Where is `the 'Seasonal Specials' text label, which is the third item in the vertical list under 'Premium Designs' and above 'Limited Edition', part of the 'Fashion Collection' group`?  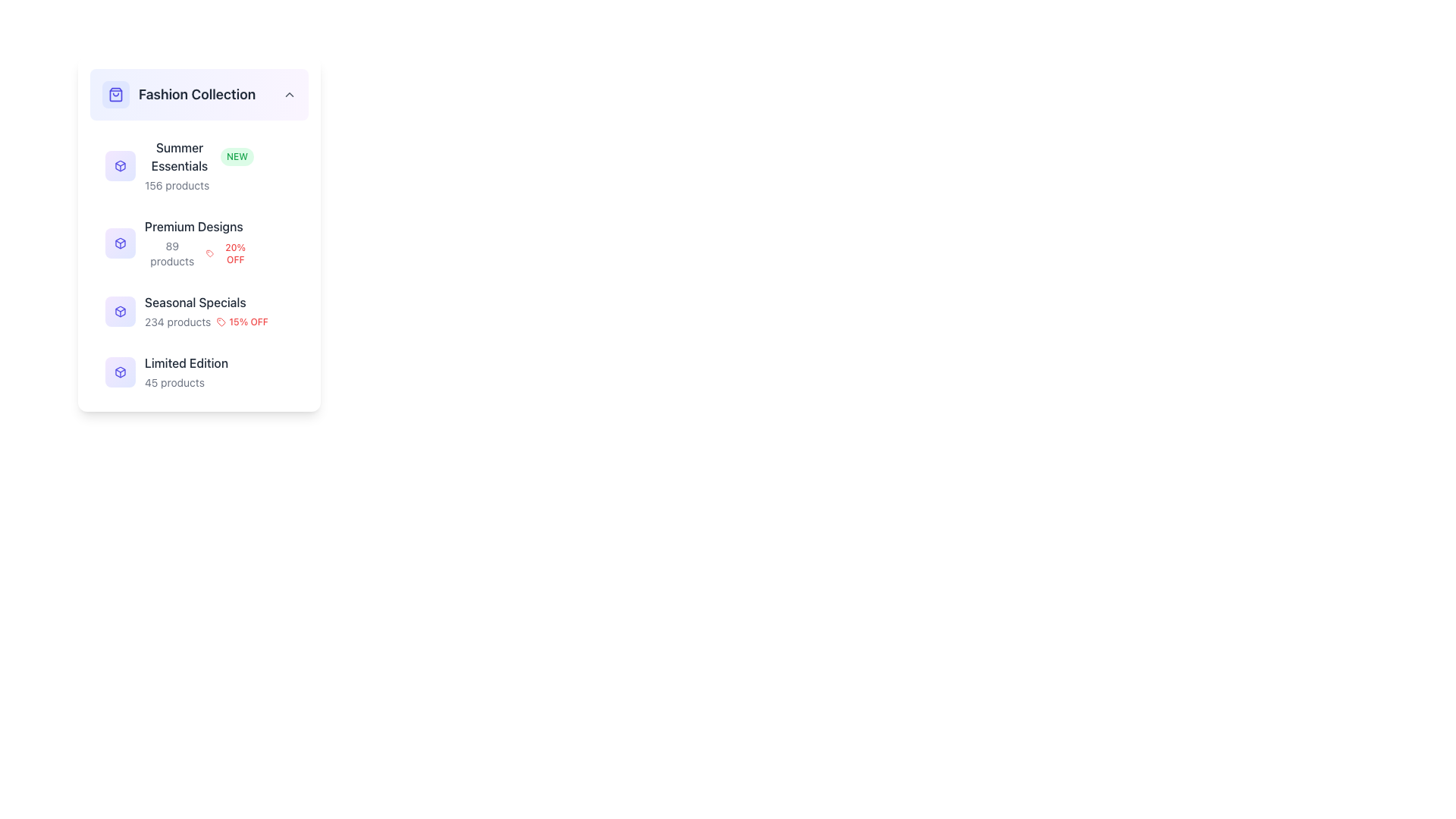
the 'Seasonal Specials' text label, which is the third item in the vertical list under 'Premium Designs' and above 'Limited Edition', part of the 'Fashion Collection' group is located at coordinates (194, 302).